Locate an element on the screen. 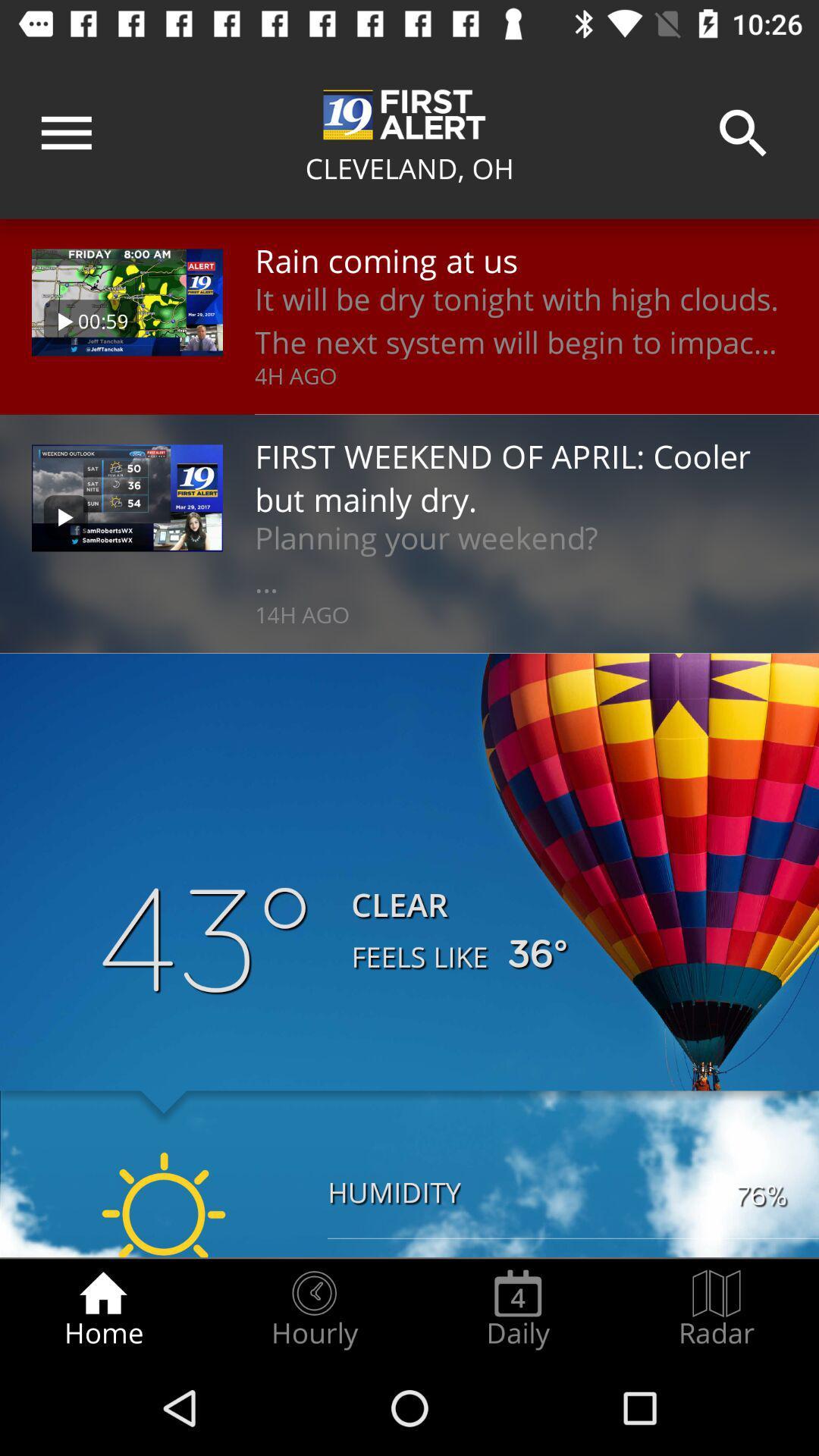 This screenshot has width=819, height=1456. the item to the left of daily is located at coordinates (313, 1309).